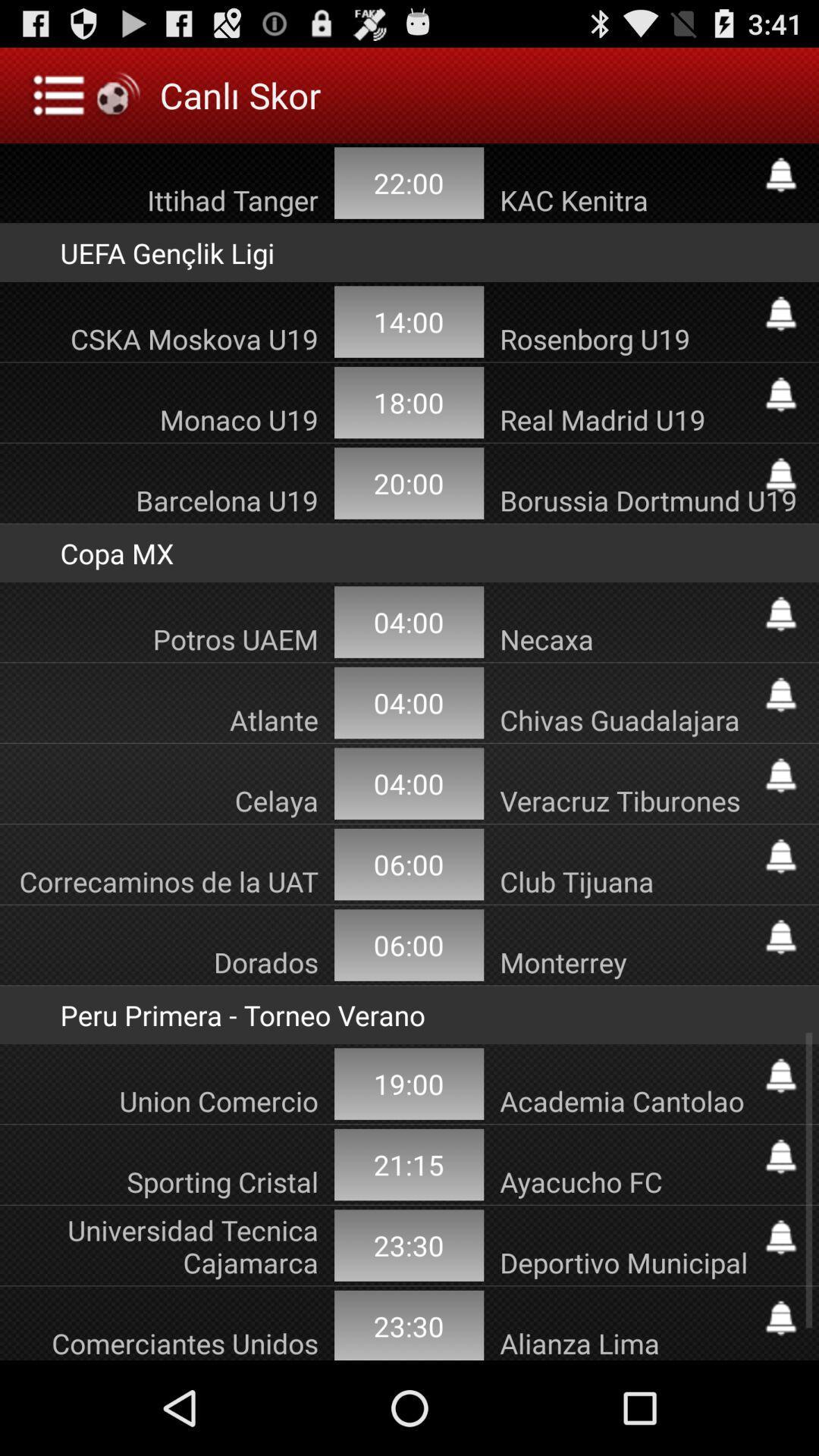 Image resolution: width=819 pixels, height=1456 pixels. I want to click on turn on notifcations, so click(780, 312).